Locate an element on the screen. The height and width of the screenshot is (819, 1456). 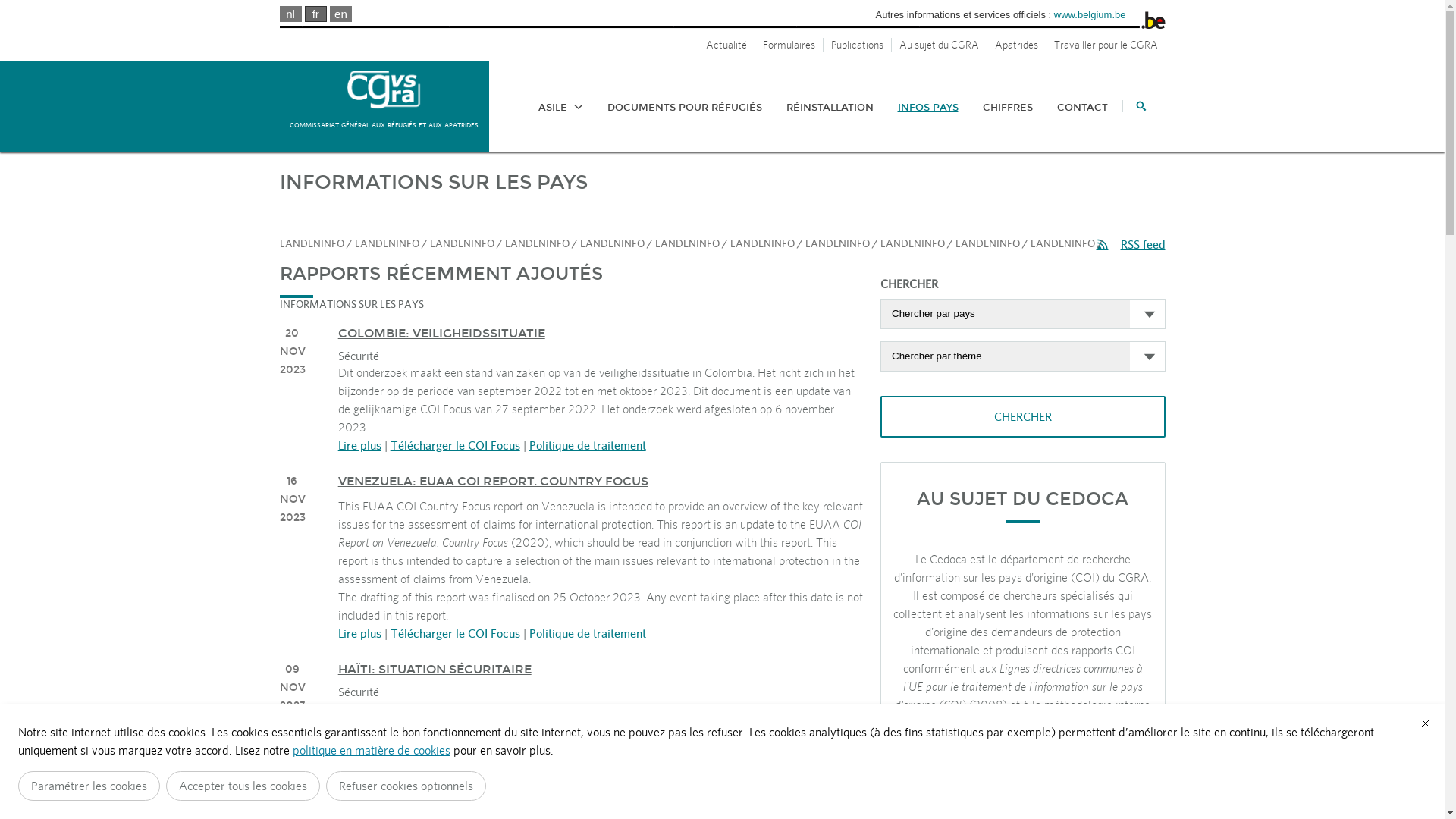
'en' is located at coordinates (340, 14).